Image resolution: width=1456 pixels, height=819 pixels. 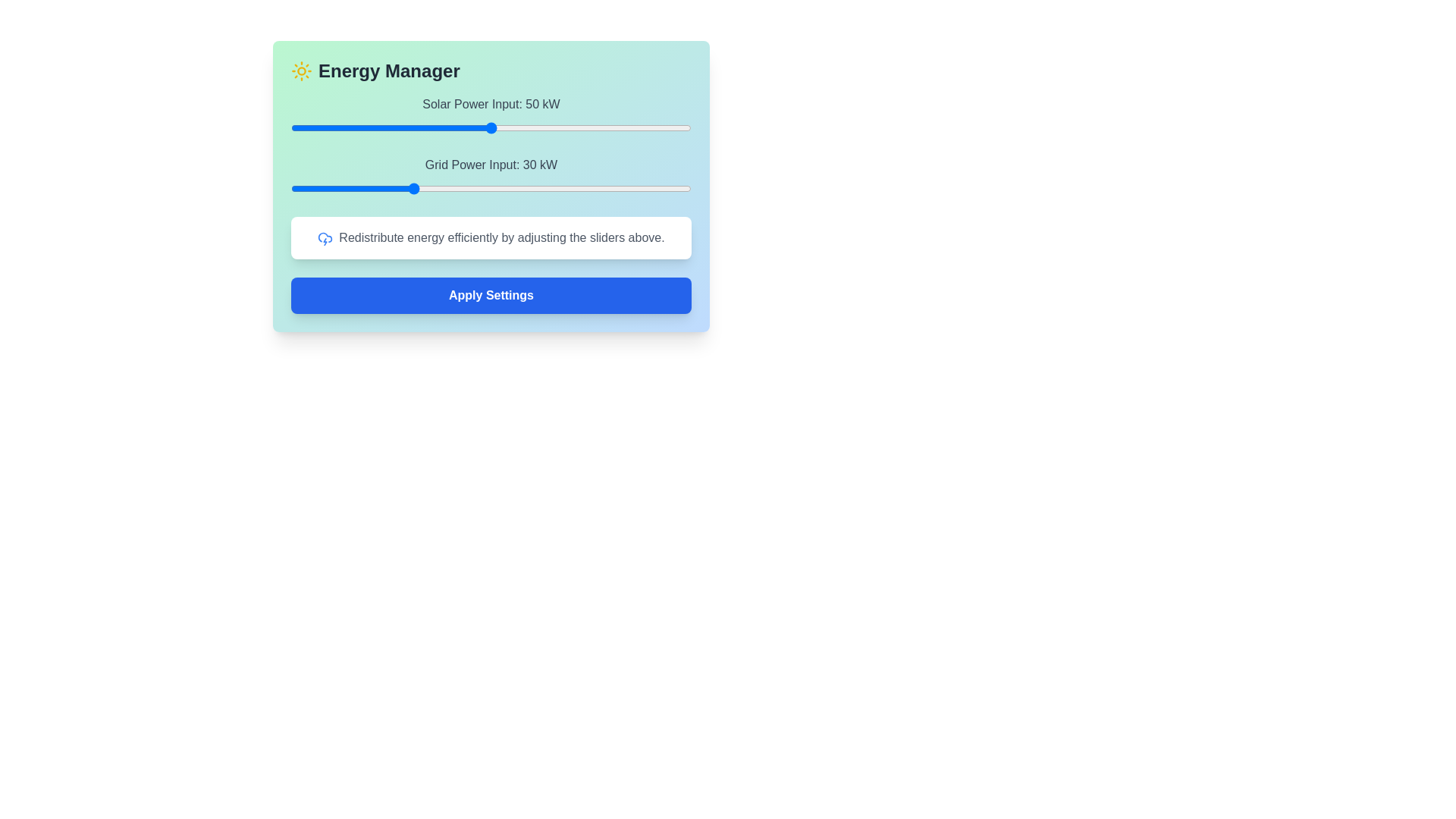 What do you see at coordinates (350, 127) in the screenshot?
I see `the Solar Power Input slider to 15 kW` at bounding box center [350, 127].